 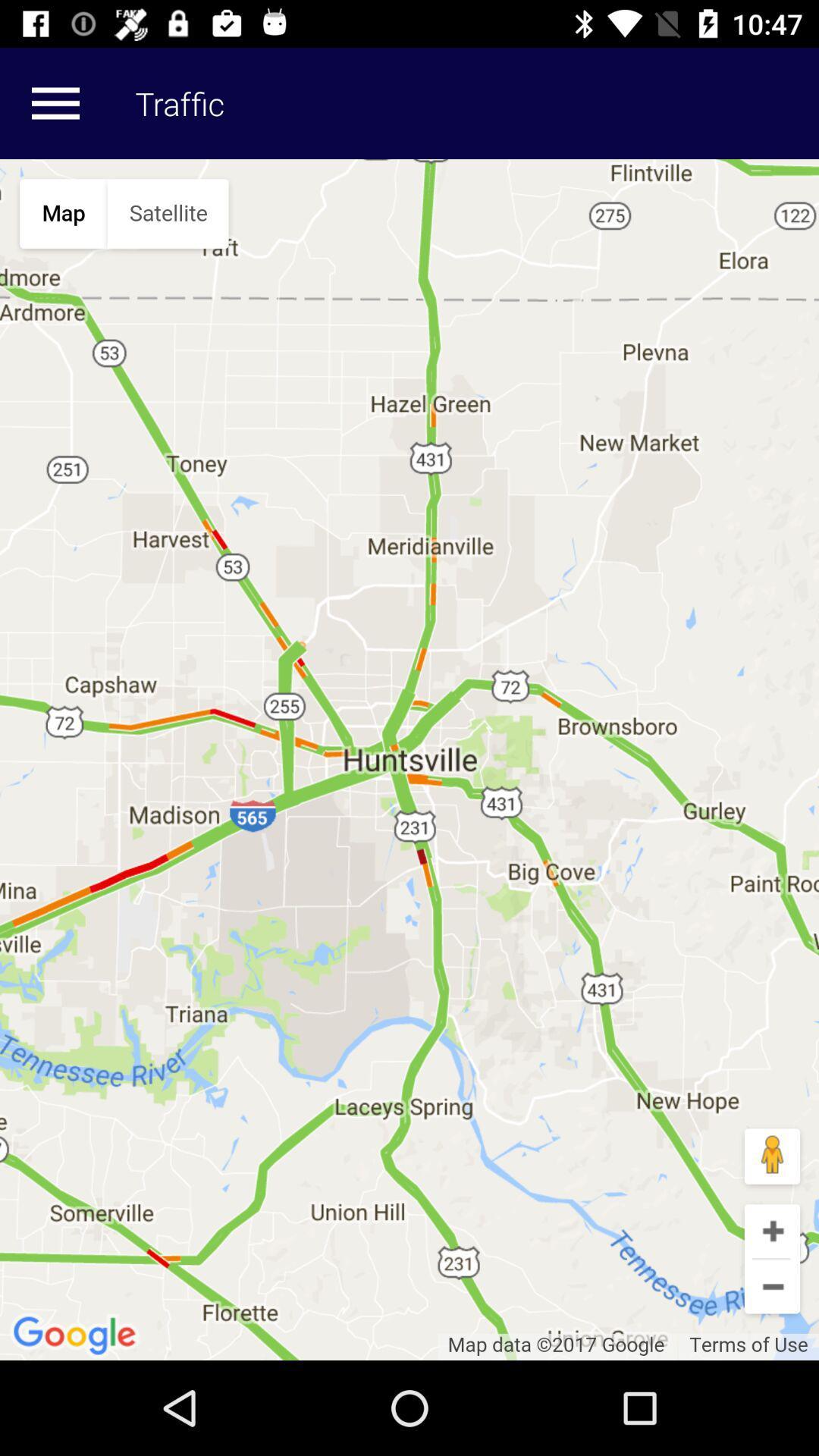 I want to click on advertisement page, so click(x=409, y=760).